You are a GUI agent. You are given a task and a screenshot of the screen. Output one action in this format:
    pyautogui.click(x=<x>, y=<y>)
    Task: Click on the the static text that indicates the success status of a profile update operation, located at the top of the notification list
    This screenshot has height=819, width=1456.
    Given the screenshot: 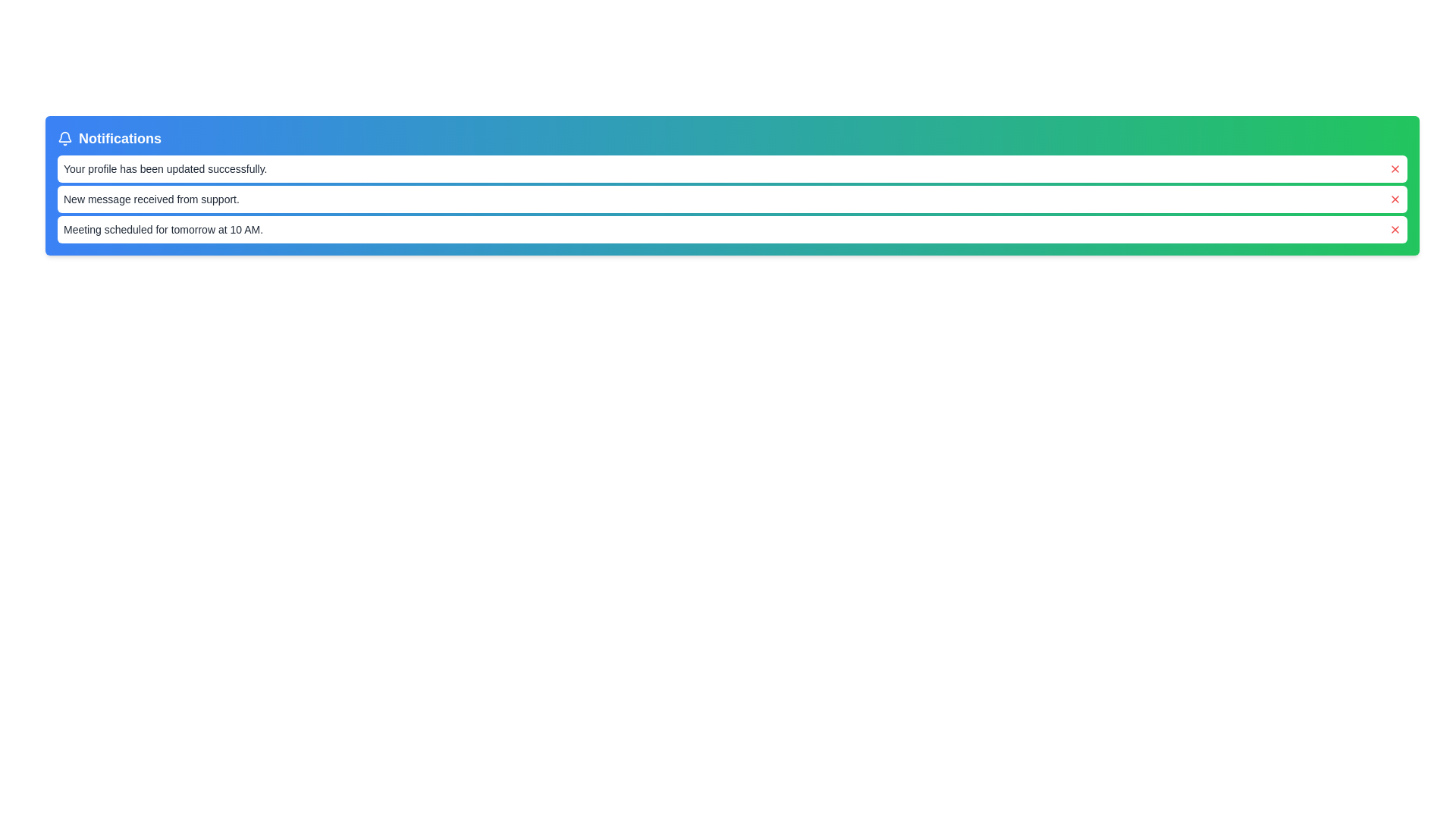 What is the action you would take?
    pyautogui.click(x=165, y=169)
    